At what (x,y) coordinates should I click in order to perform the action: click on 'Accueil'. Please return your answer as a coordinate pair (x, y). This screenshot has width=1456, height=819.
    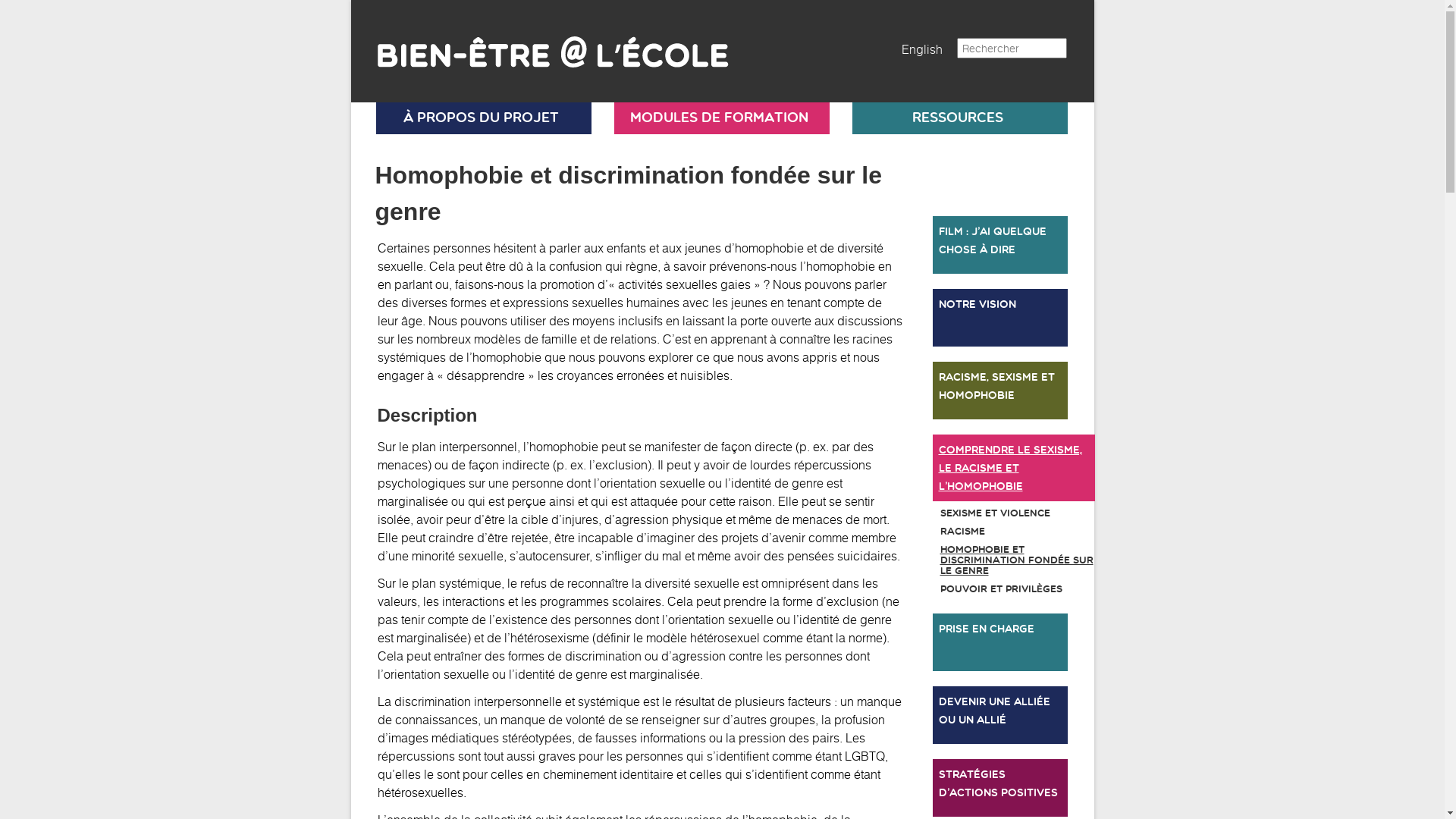
    Looking at the image, I should click on (542, 44).